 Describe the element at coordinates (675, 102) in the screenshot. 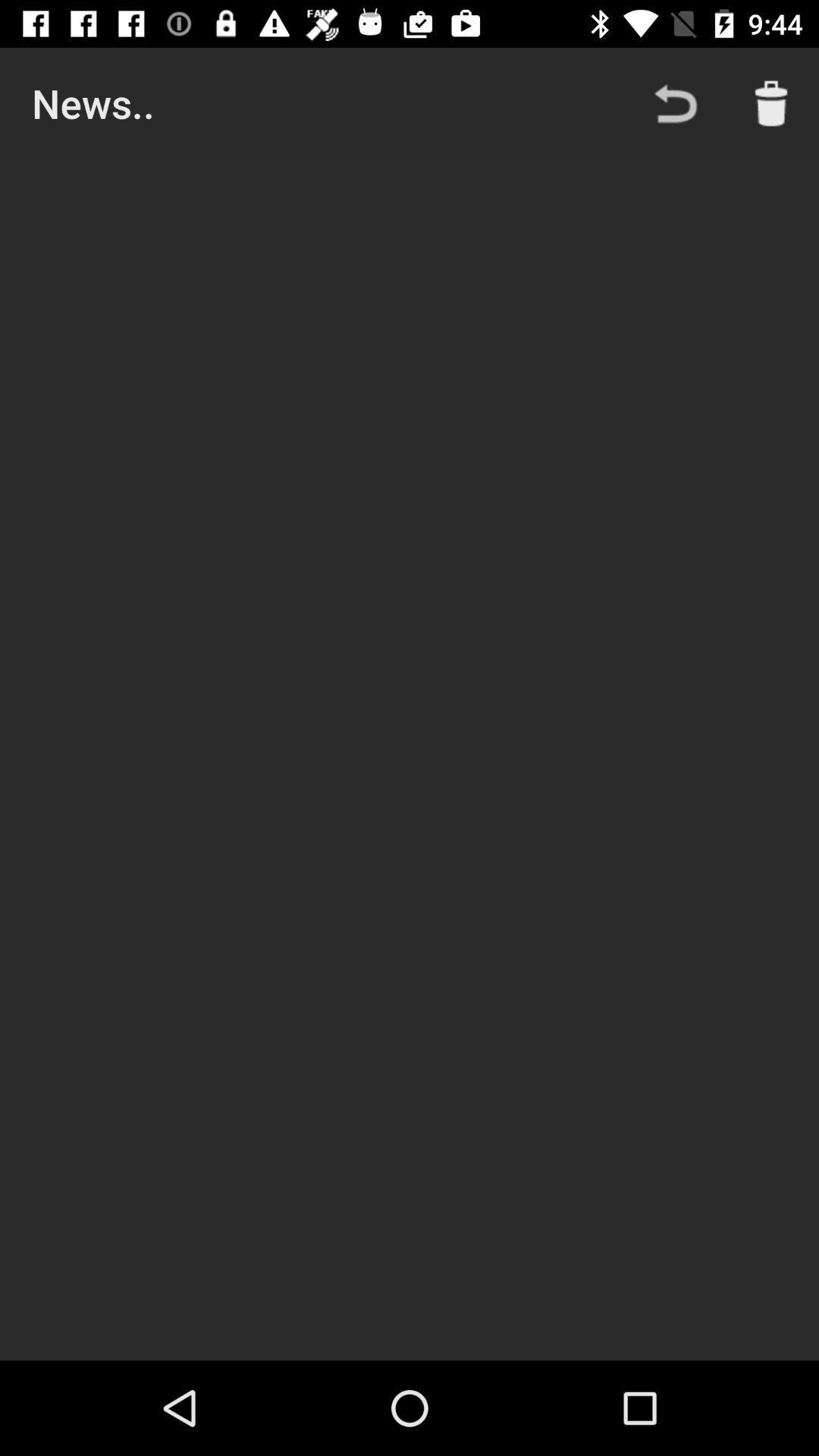

I see `the app next to the news.. item` at that location.